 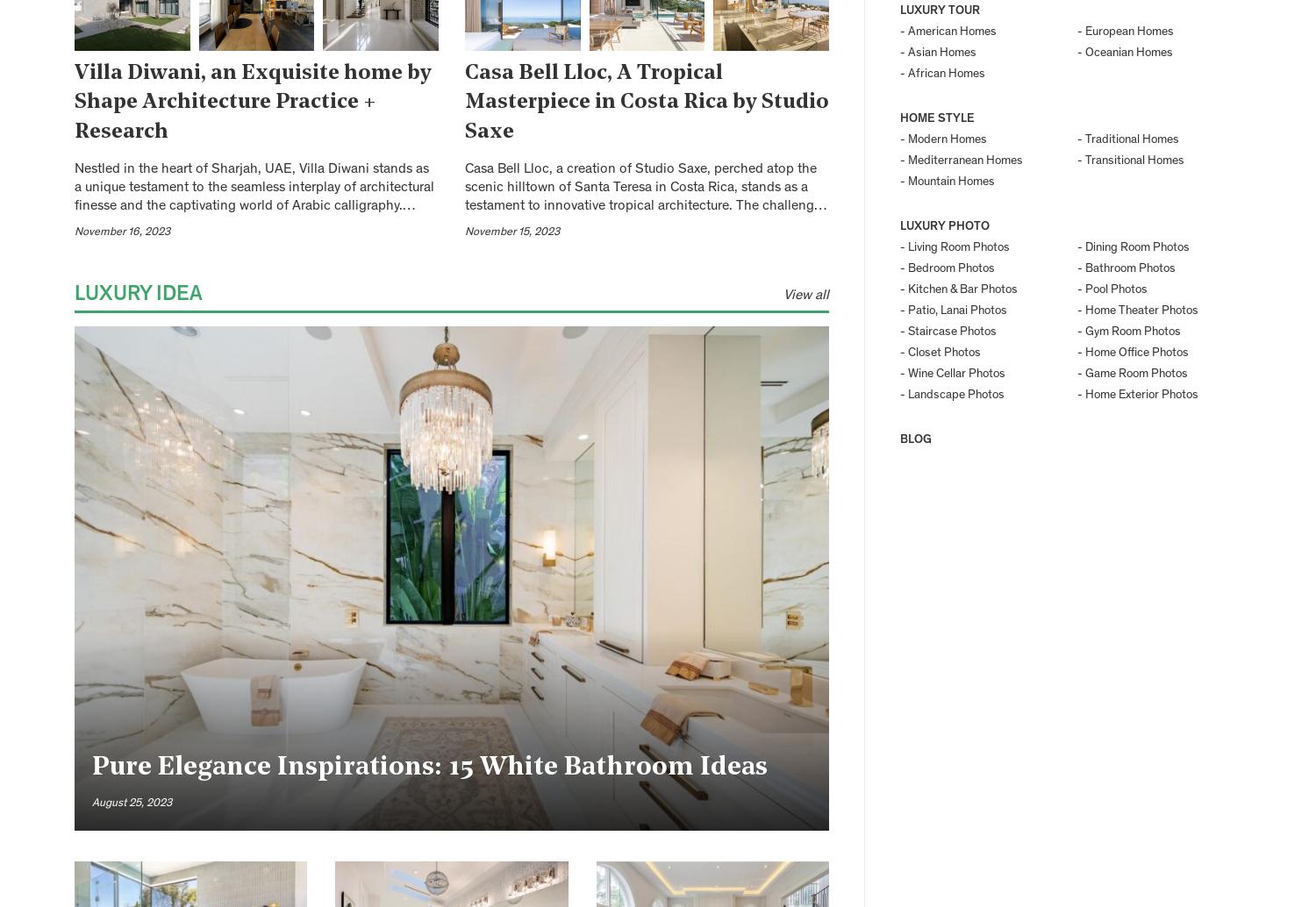 What do you see at coordinates (900, 438) in the screenshot?
I see `'BLOG'` at bounding box center [900, 438].